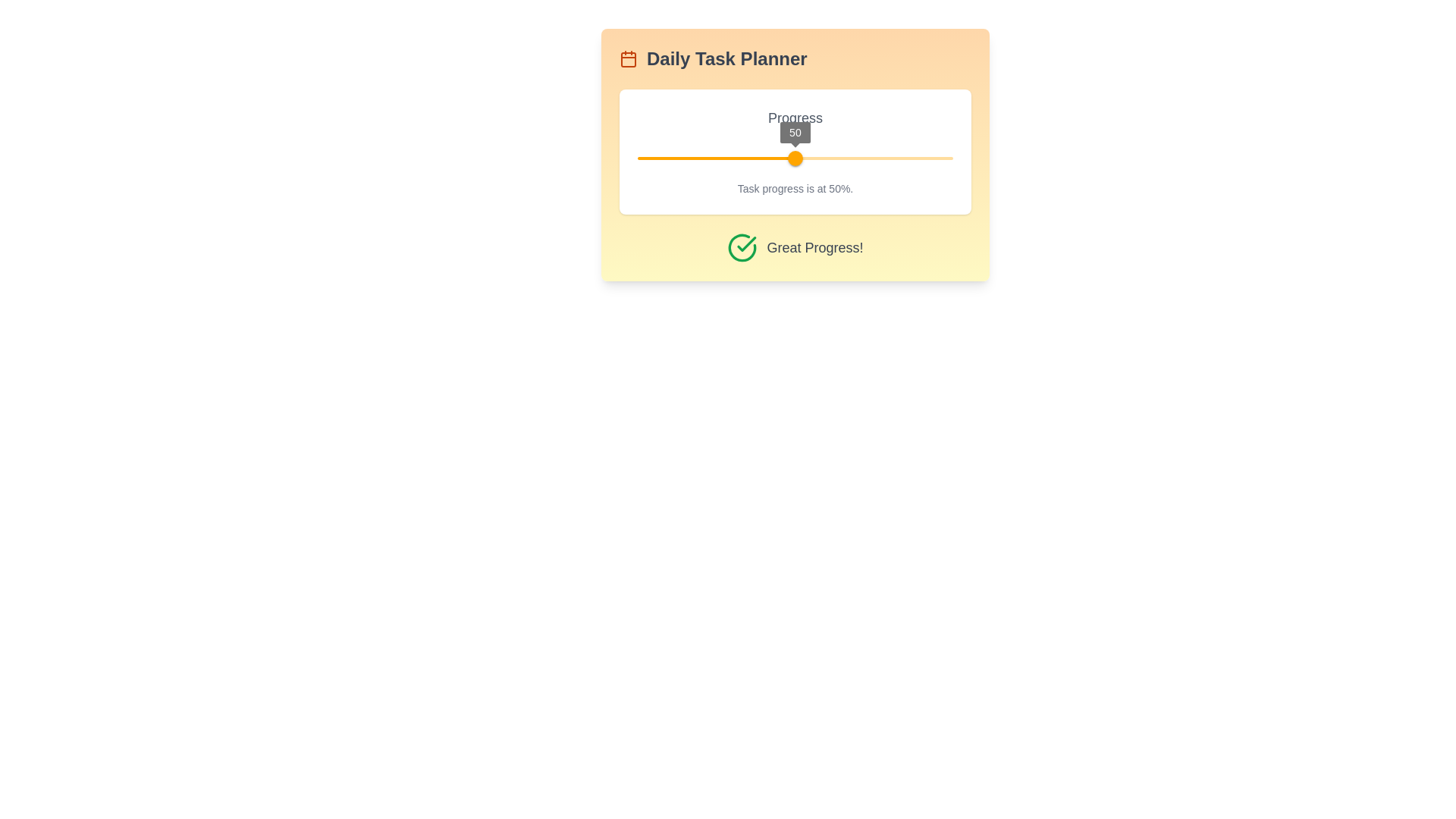 Image resolution: width=1456 pixels, height=819 pixels. I want to click on the progress value, so click(739, 158).